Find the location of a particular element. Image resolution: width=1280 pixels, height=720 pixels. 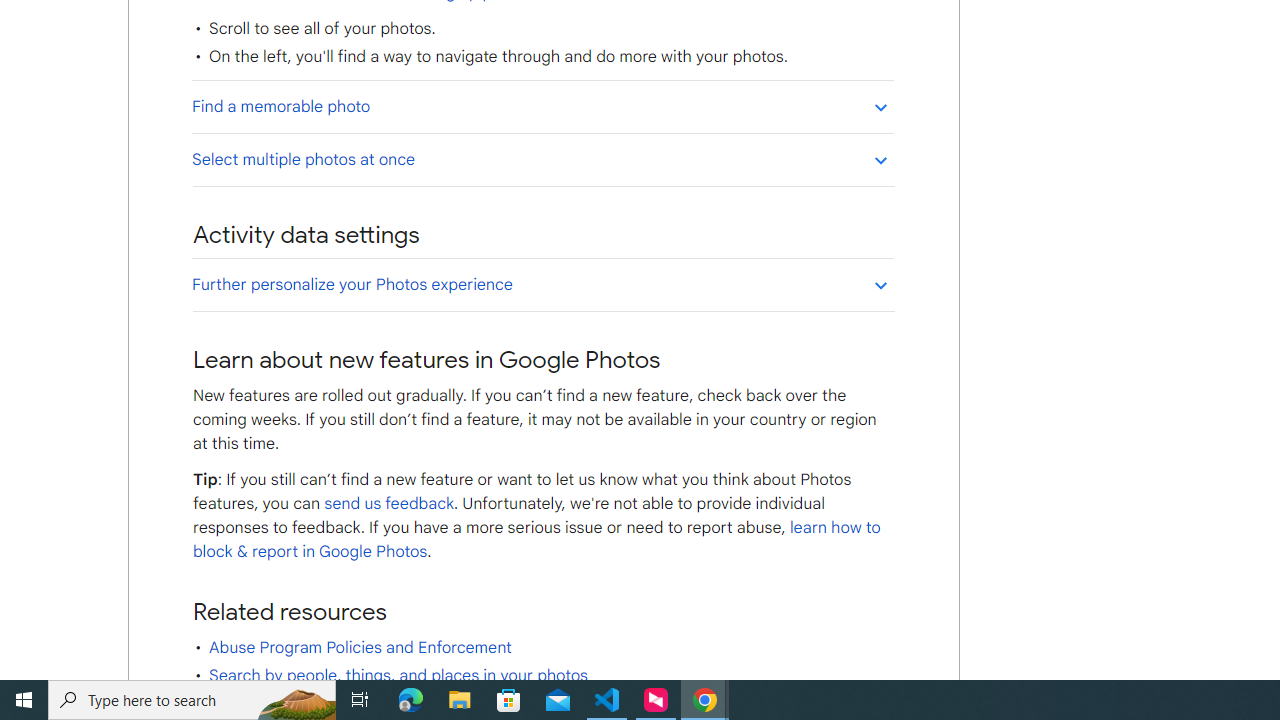

'Further personalize your Photos experience' is located at coordinates (542, 284).